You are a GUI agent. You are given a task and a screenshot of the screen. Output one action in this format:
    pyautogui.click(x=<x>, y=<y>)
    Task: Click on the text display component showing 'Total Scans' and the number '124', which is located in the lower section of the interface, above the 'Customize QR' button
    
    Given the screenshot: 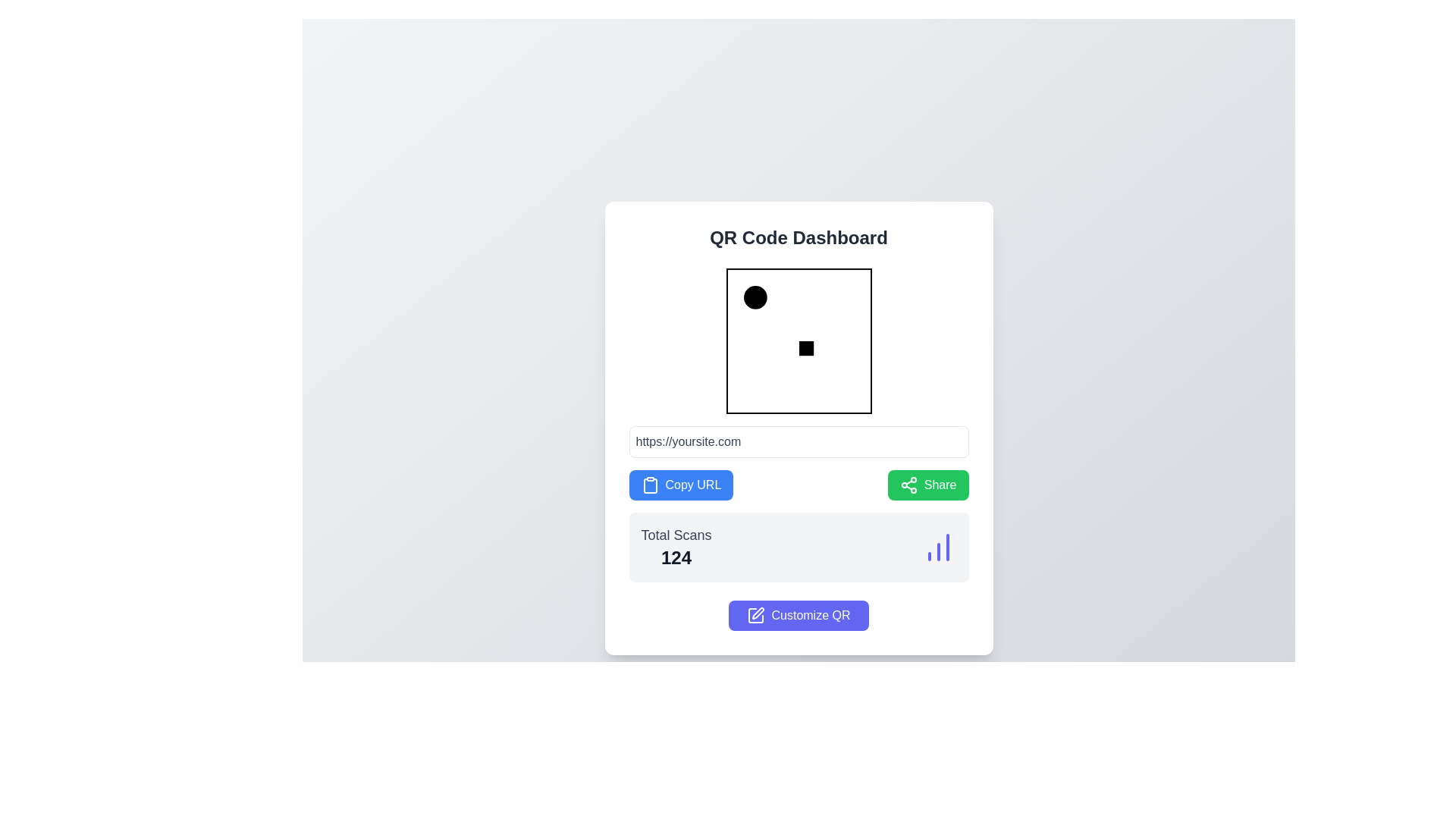 What is the action you would take?
    pyautogui.click(x=676, y=547)
    